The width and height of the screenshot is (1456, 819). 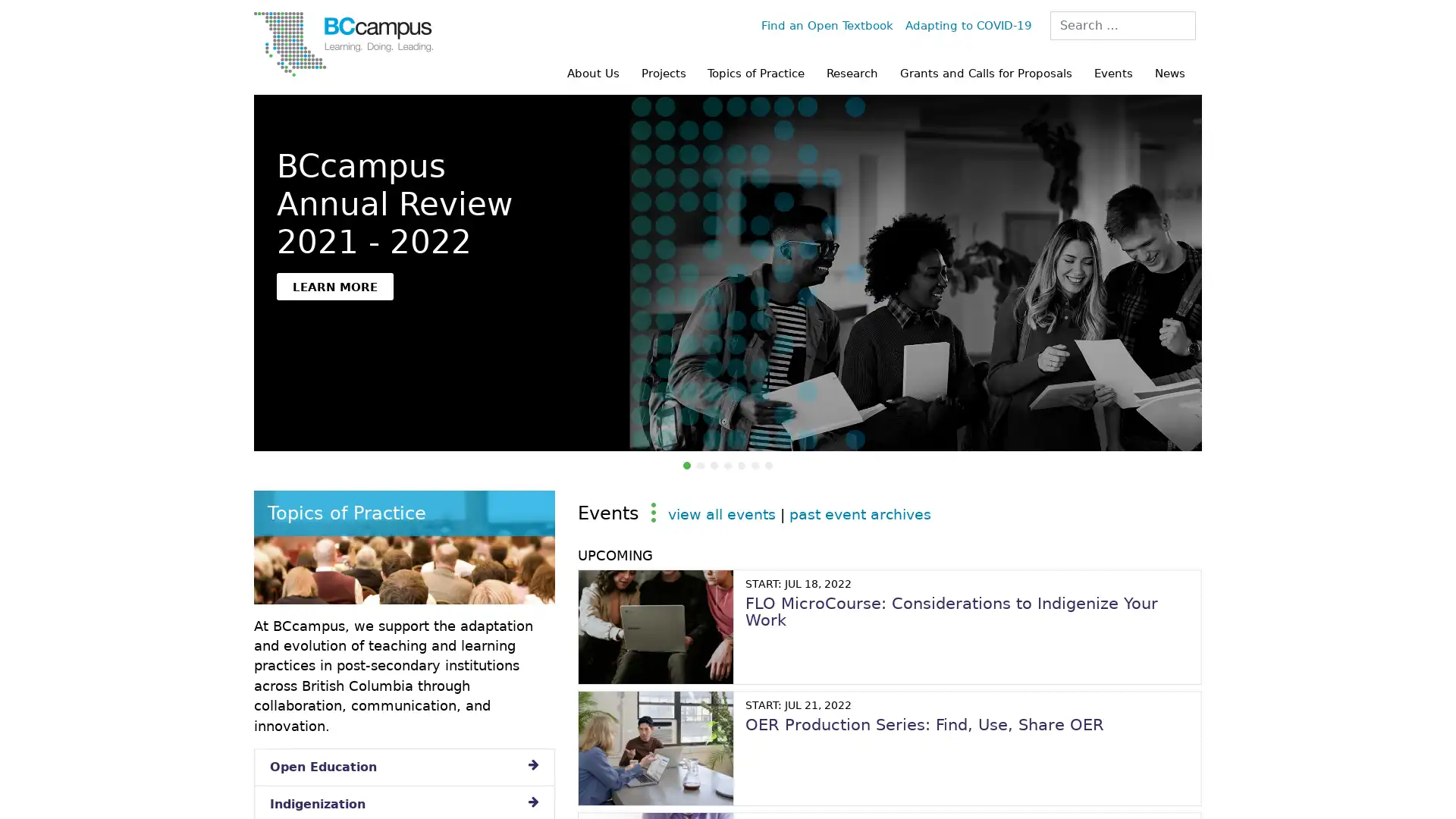 What do you see at coordinates (755, 464) in the screenshot?
I see `Capacity to Connect` at bounding box center [755, 464].